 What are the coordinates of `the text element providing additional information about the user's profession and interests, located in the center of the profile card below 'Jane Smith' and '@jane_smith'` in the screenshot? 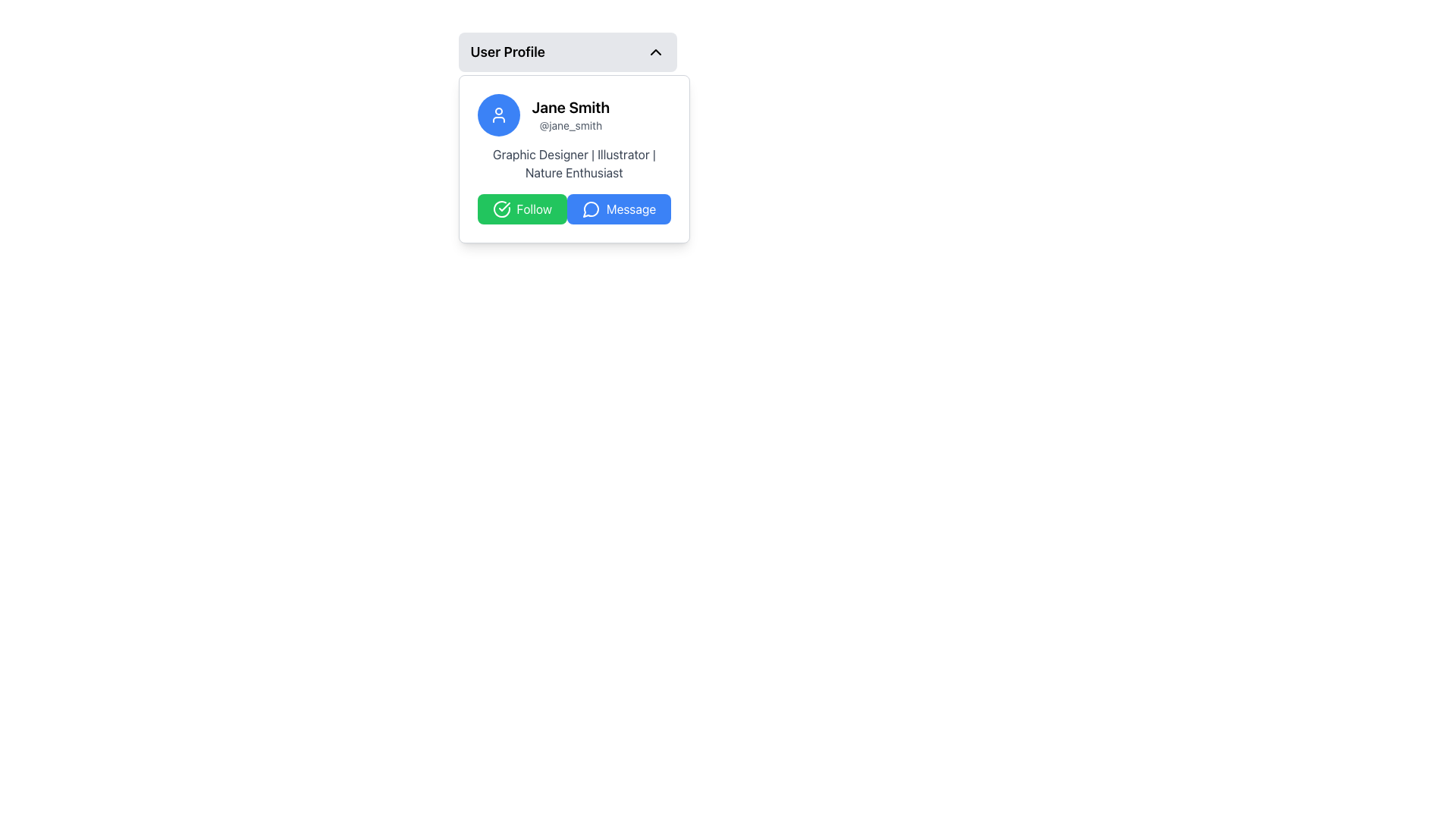 It's located at (573, 164).